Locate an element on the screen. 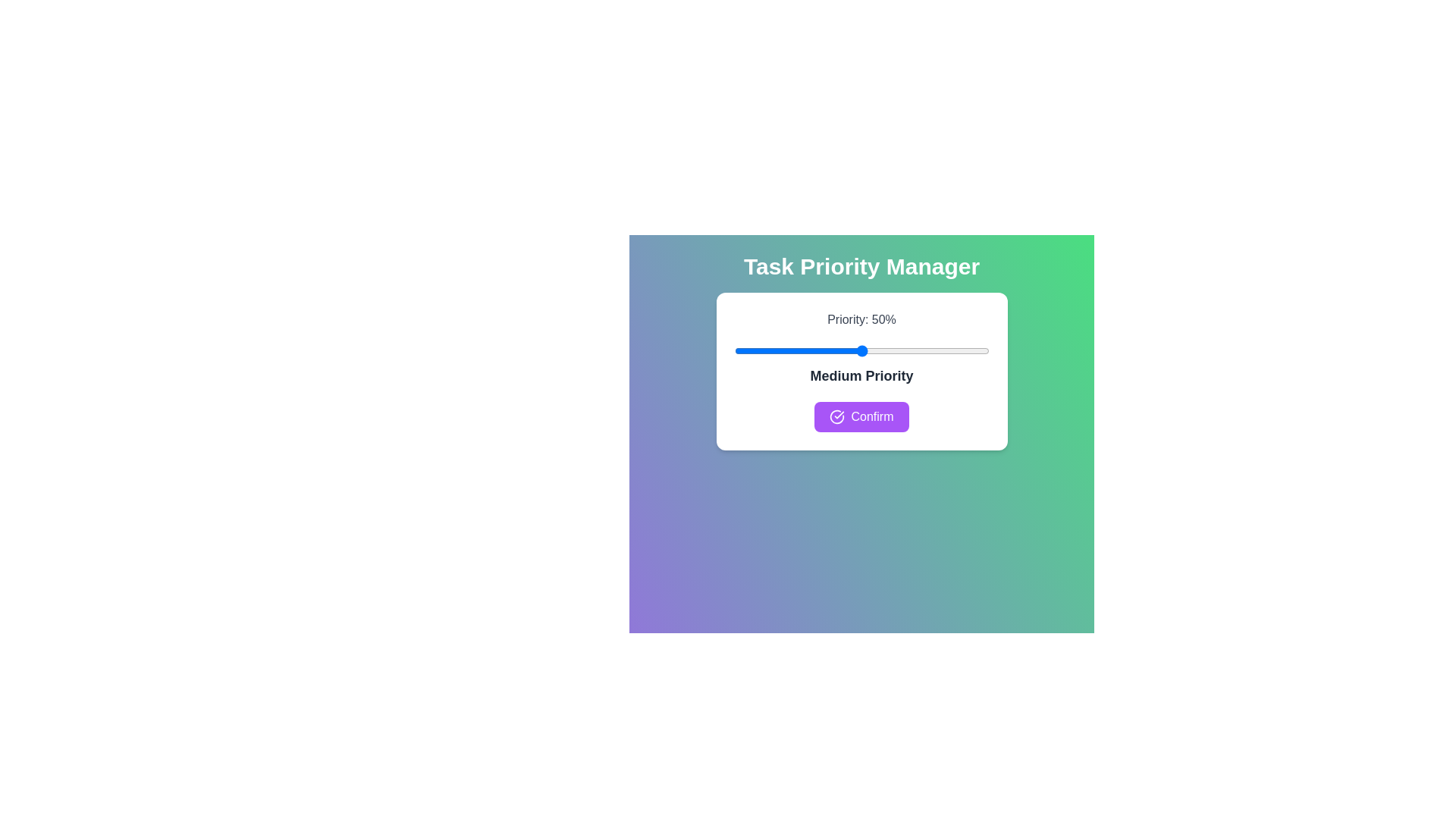 The width and height of the screenshot is (1456, 819). the slider to set the task priority to 79% is located at coordinates (934, 350).